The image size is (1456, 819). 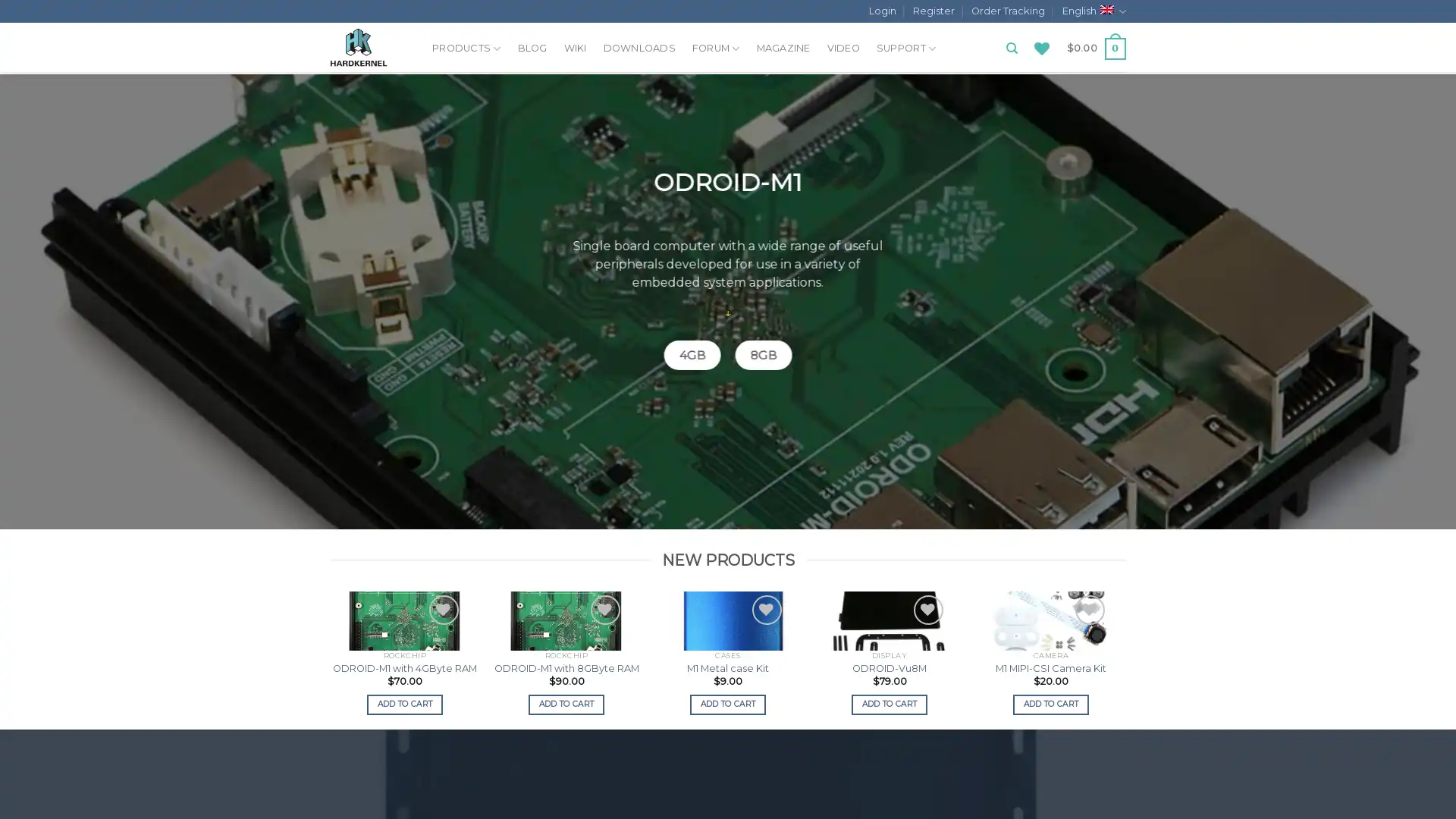 I want to click on Wishlist, so click(x=927, y=609).